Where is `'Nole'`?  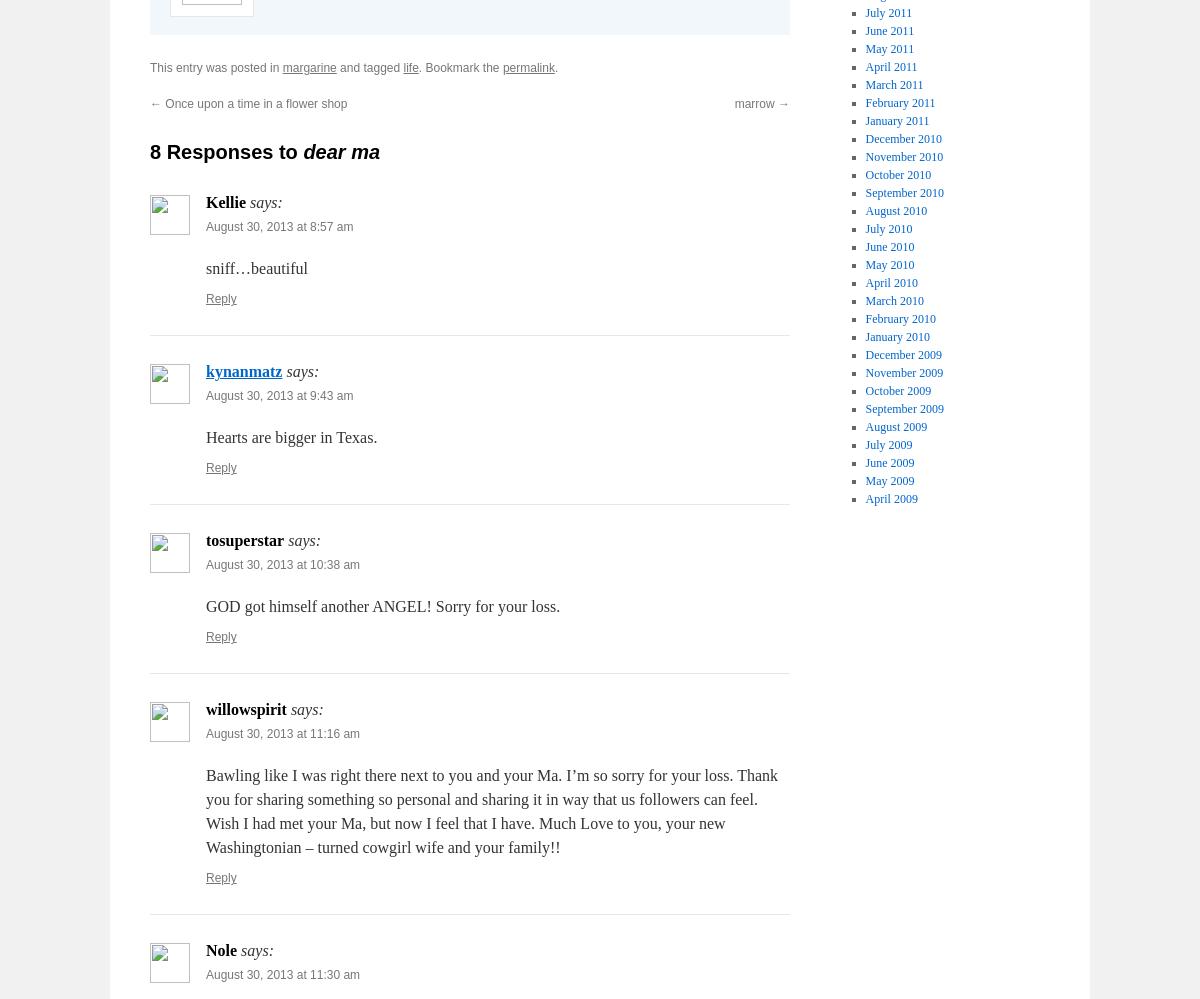
'Nole' is located at coordinates (205, 949).